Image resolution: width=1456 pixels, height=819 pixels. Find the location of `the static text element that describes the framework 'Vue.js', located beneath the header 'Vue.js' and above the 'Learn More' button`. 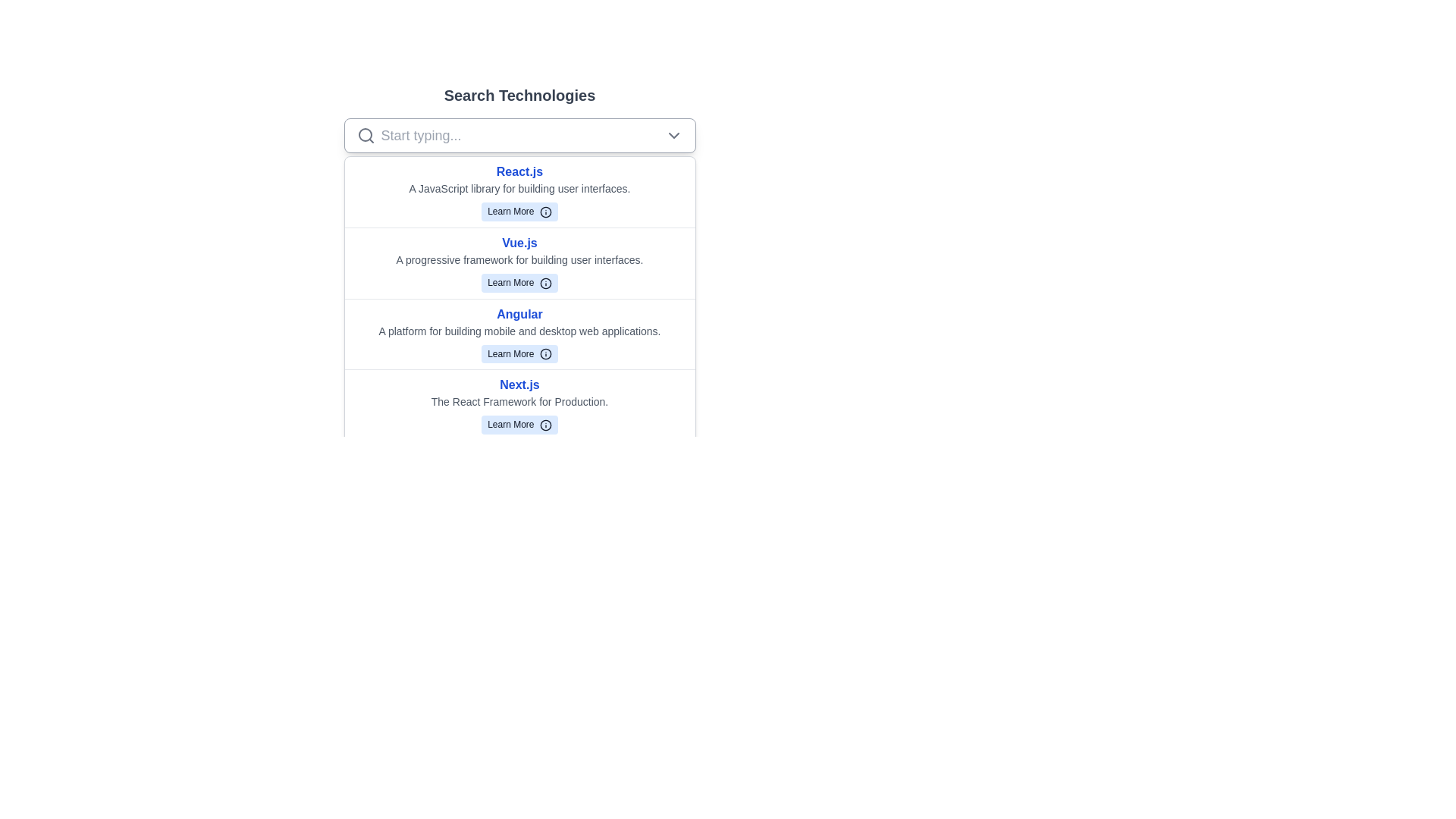

the static text element that describes the framework 'Vue.js', located beneath the header 'Vue.js' and above the 'Learn More' button is located at coordinates (519, 259).